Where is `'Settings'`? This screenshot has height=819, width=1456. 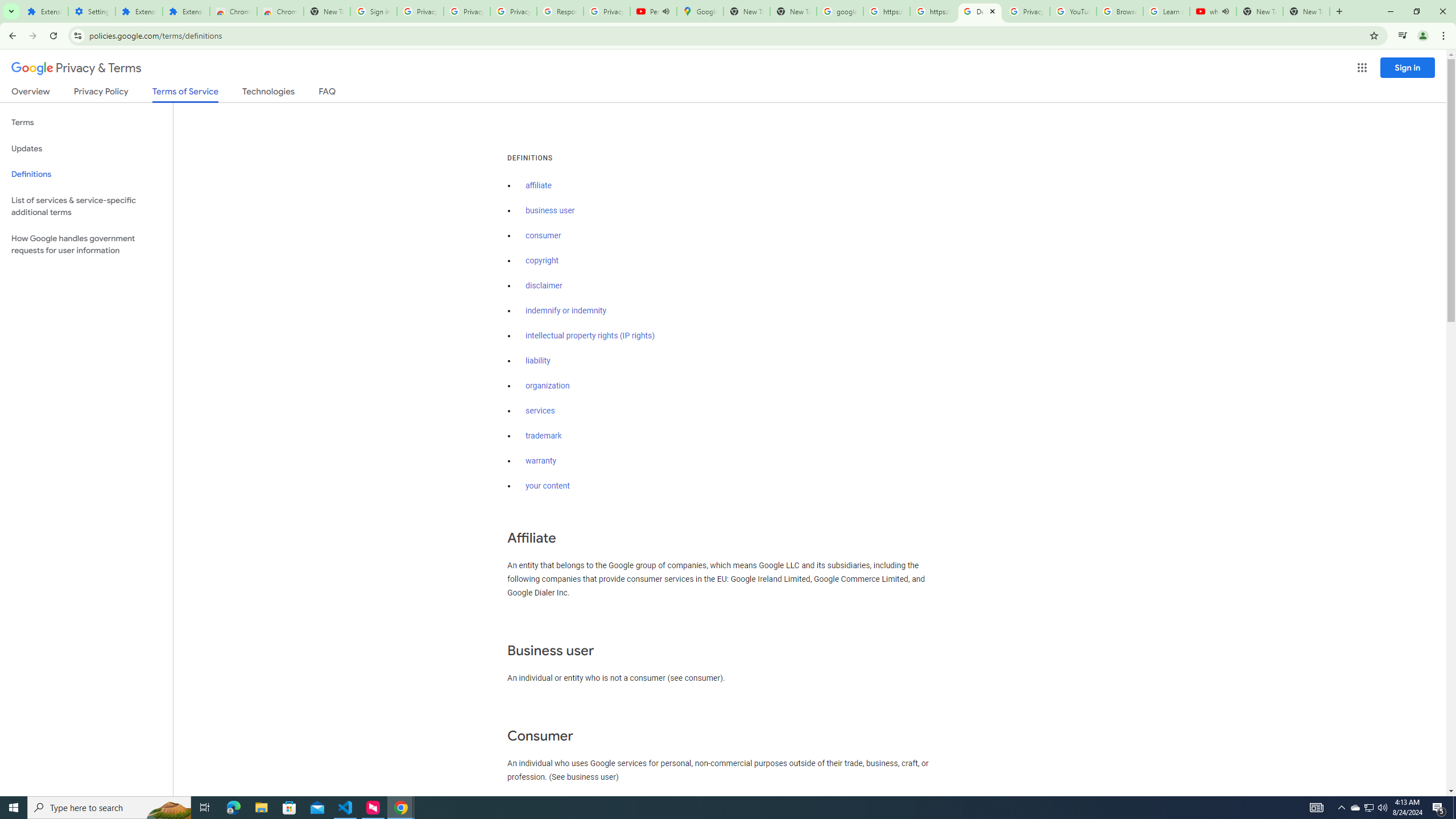
'Settings' is located at coordinates (91, 11).